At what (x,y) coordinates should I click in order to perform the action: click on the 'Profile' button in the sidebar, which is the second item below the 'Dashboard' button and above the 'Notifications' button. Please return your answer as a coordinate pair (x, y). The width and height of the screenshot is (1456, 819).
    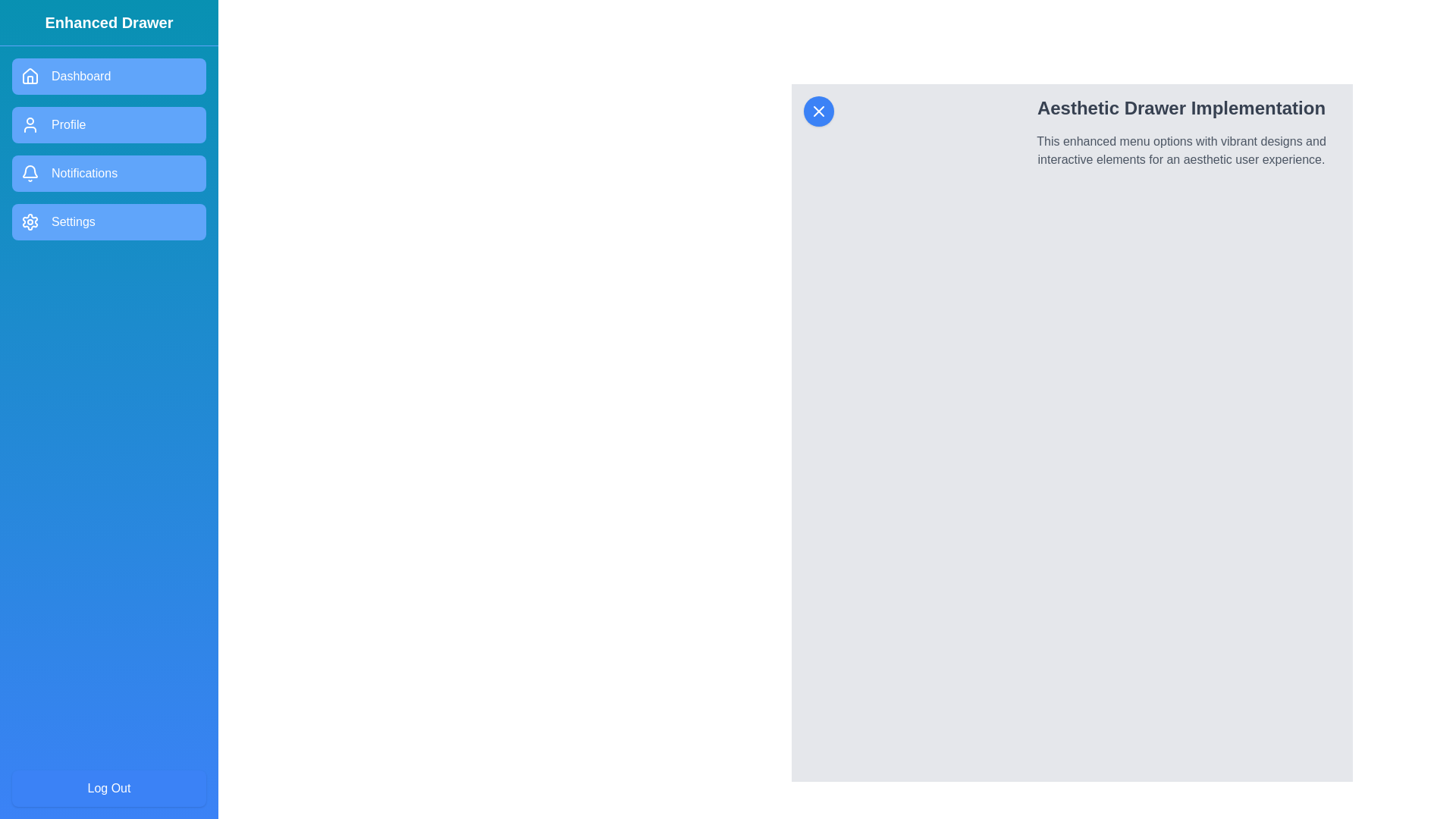
    Looking at the image, I should click on (108, 124).